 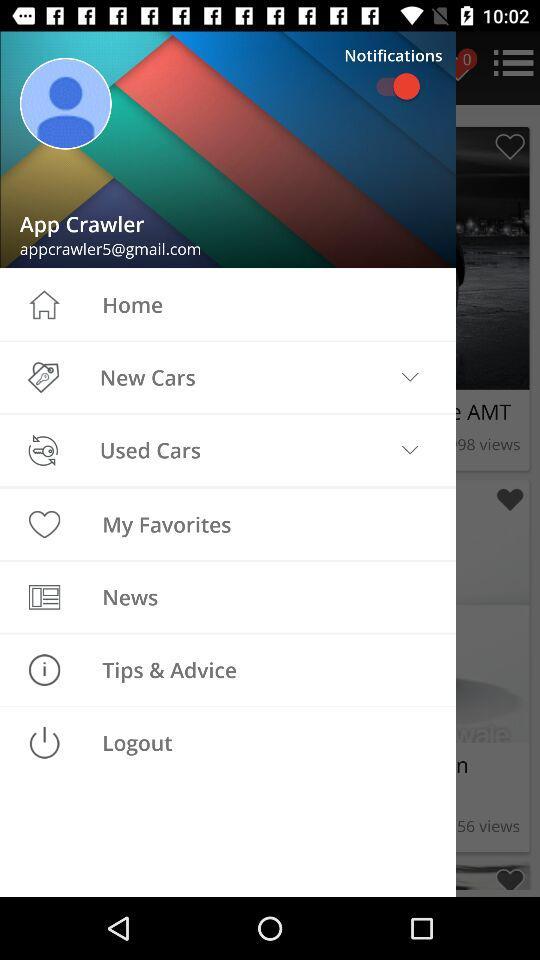 What do you see at coordinates (43, 450) in the screenshot?
I see `the icon beside used cars` at bounding box center [43, 450].